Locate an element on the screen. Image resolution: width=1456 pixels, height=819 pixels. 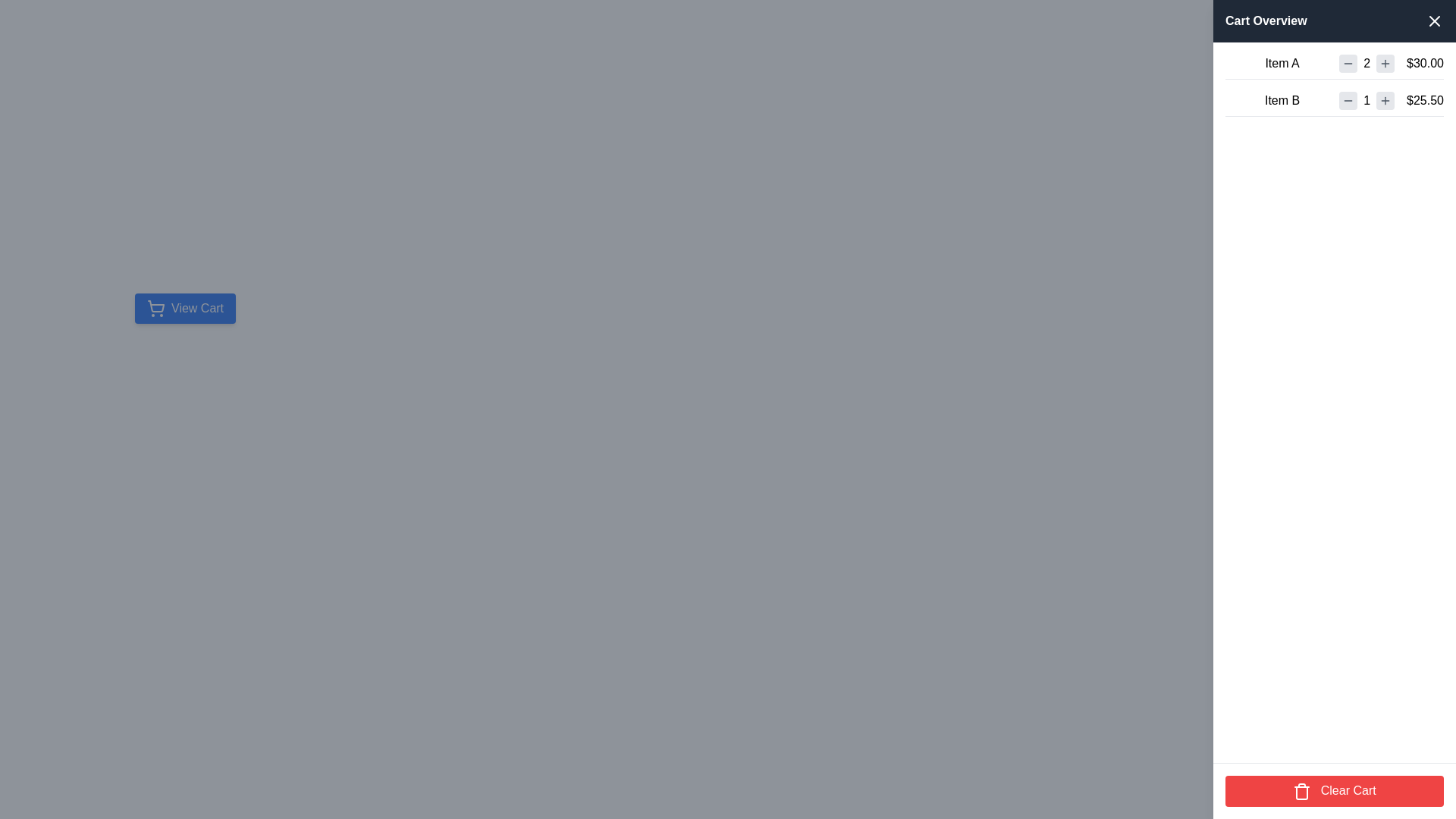
the '+' button next to the quantity input box for 'Item A' in the cart is located at coordinates (1385, 63).